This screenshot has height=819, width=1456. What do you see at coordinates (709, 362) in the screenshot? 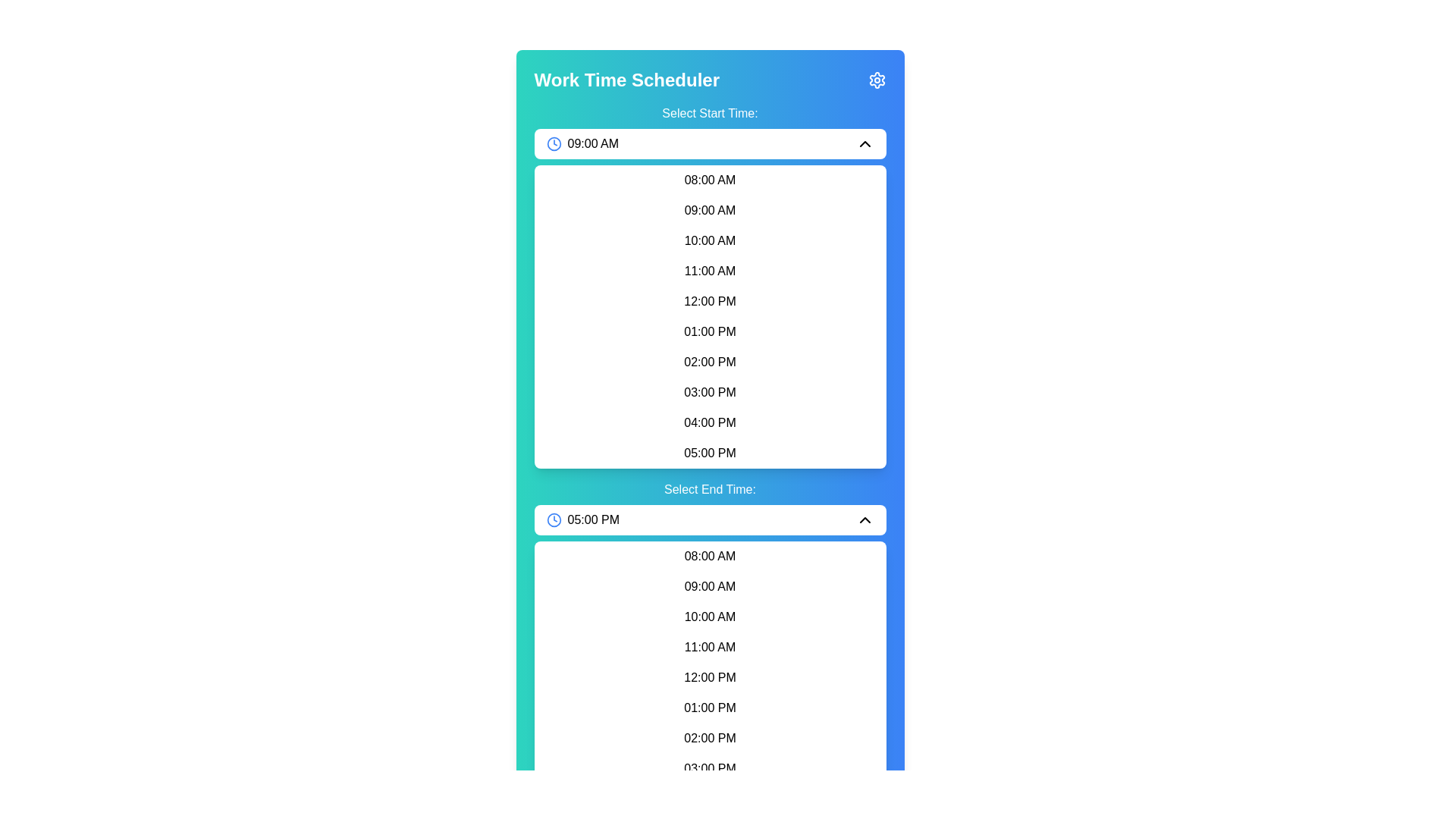
I see `the list item displaying the time slot option '02:00 PM', which is the seventh option under the 'Select Start Time' section` at bounding box center [709, 362].